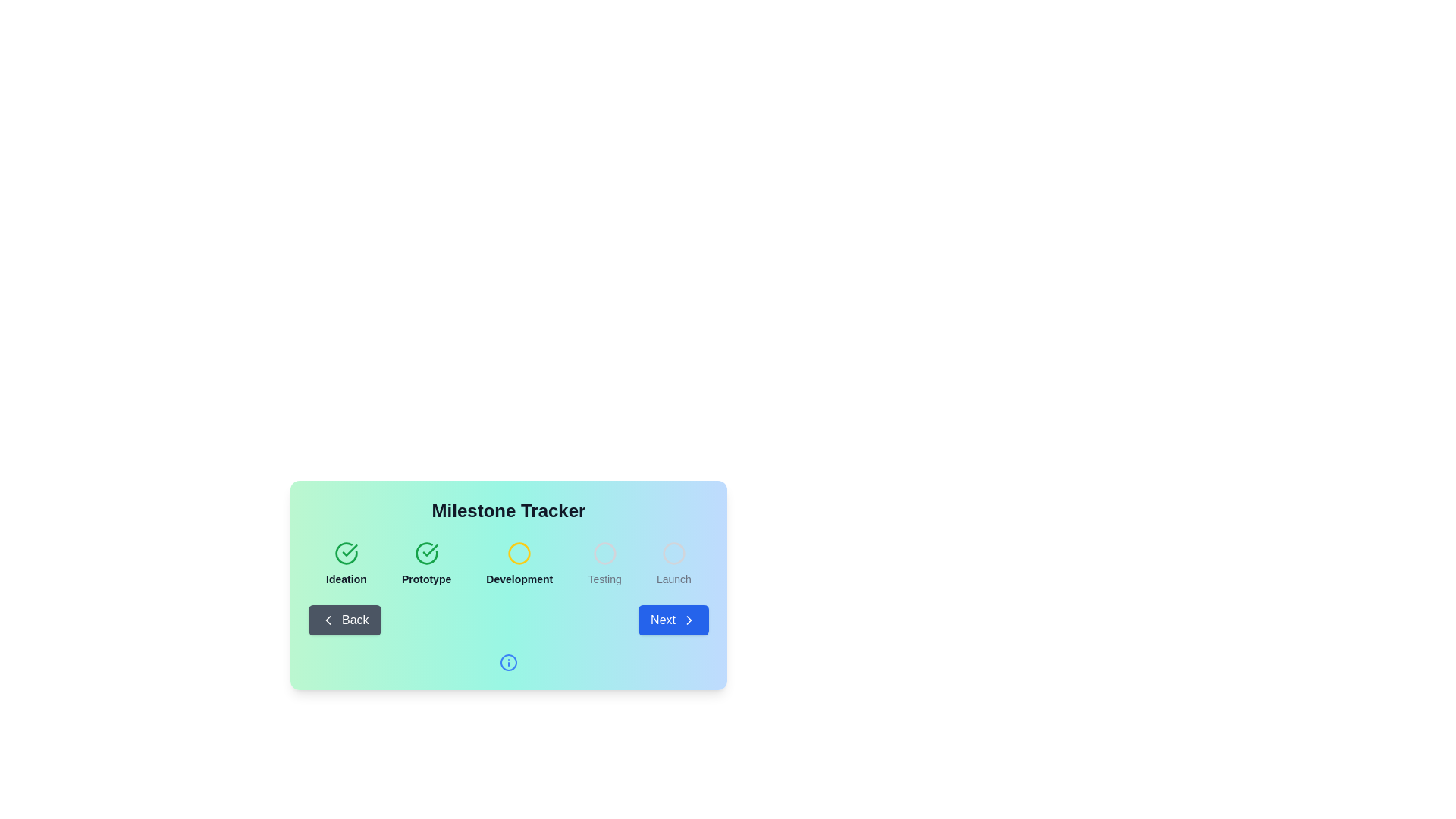 The image size is (1456, 819). What do you see at coordinates (425, 579) in the screenshot?
I see `text label indicating the second milestone in the progress tracker located beneath the green checkmark icon` at bounding box center [425, 579].